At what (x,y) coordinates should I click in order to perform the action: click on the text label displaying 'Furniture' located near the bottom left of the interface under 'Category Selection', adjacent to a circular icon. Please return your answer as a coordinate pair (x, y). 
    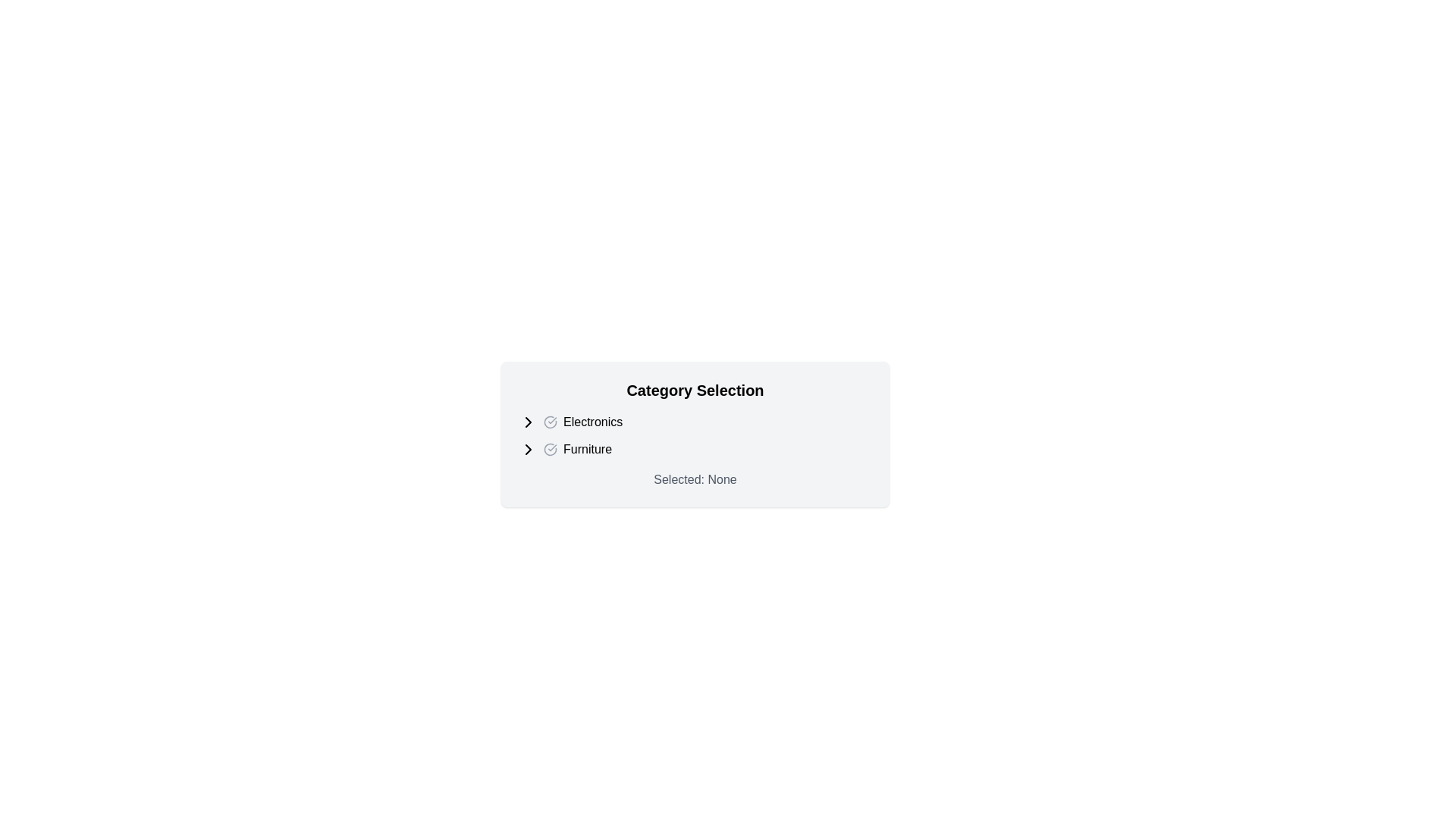
    Looking at the image, I should click on (587, 449).